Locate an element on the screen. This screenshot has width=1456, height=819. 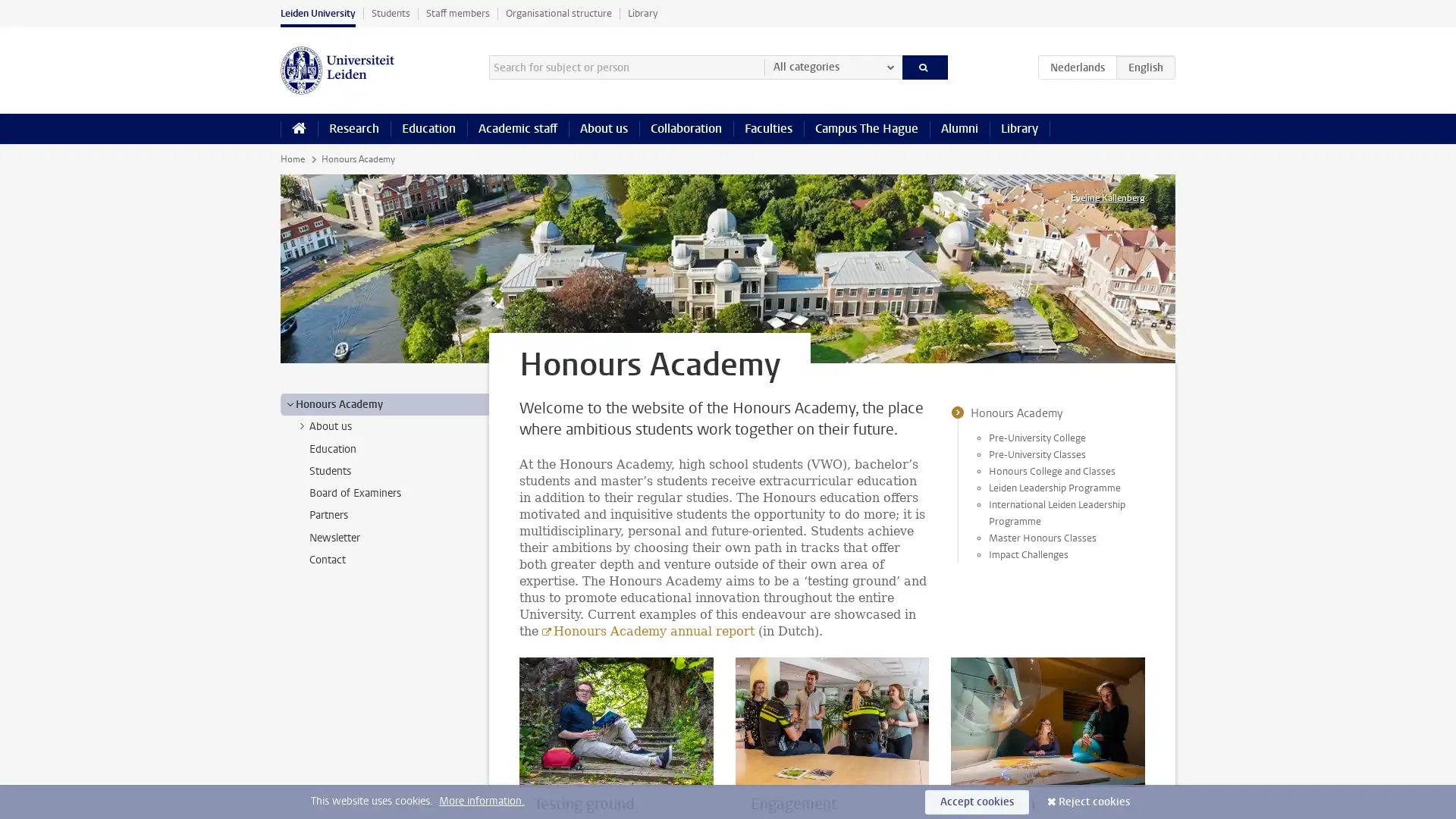
Accept cookies is located at coordinates (977, 801).